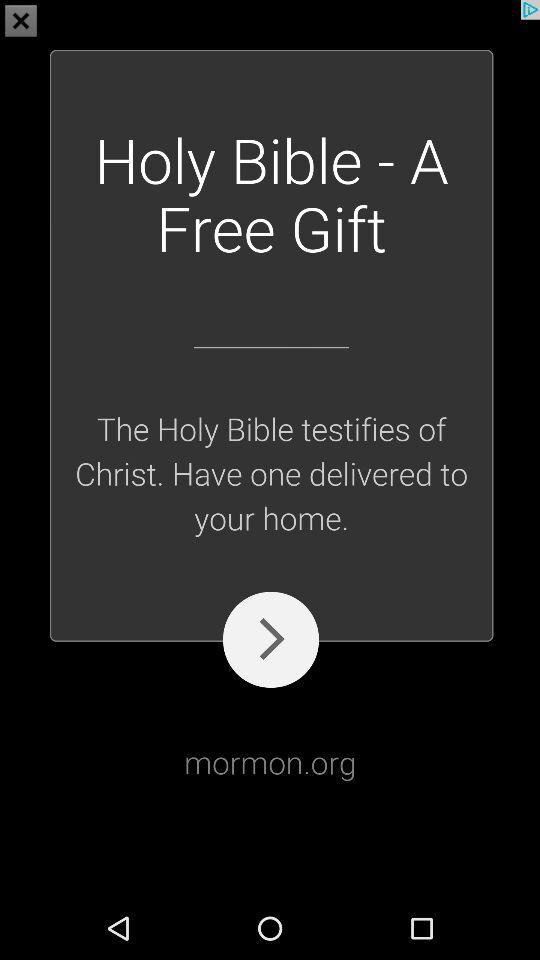  Describe the element at coordinates (20, 21) in the screenshot. I see `the close icon` at that location.